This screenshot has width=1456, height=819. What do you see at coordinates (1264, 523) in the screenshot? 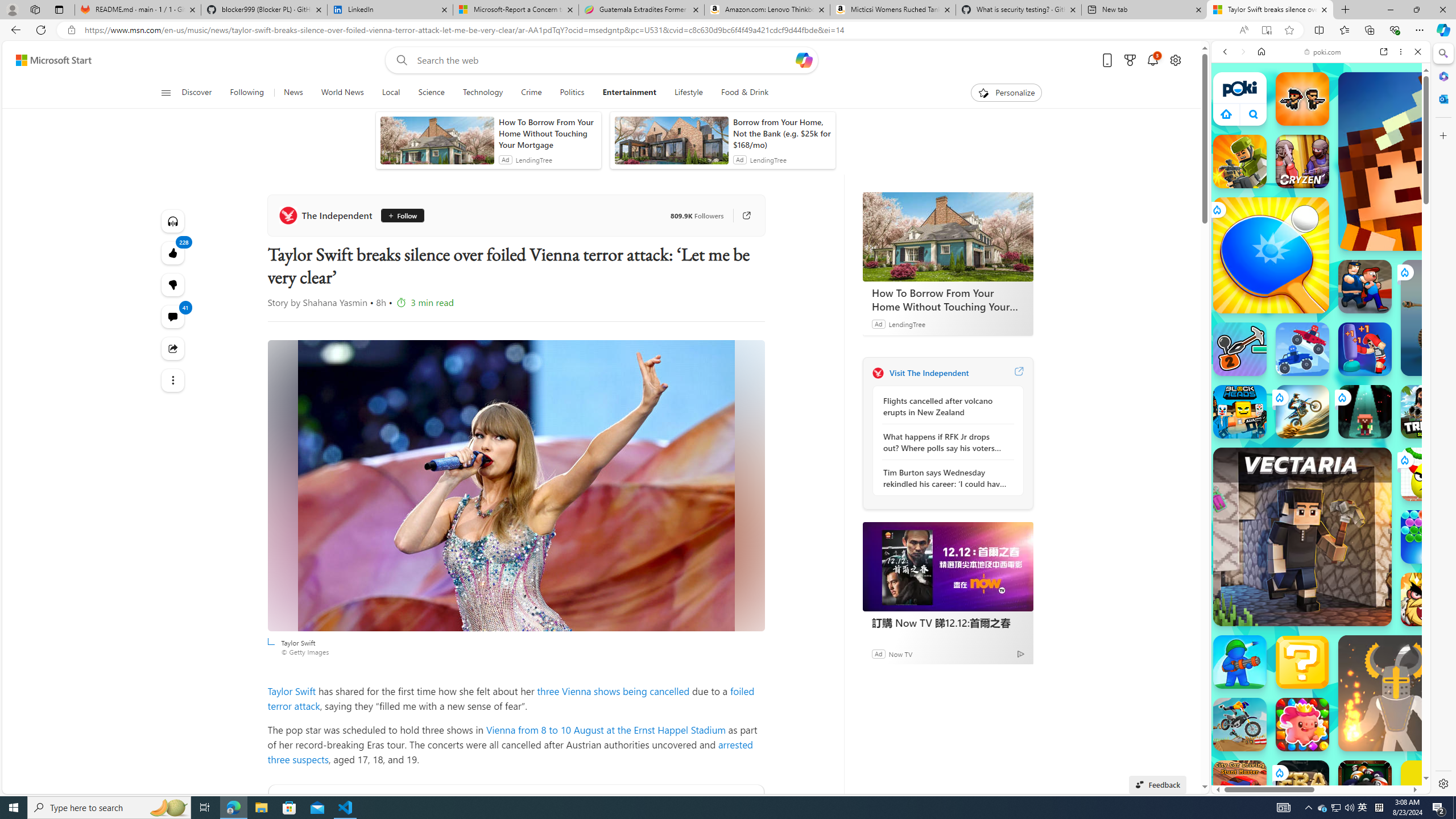
I see `'Hills of Steel'` at bounding box center [1264, 523].